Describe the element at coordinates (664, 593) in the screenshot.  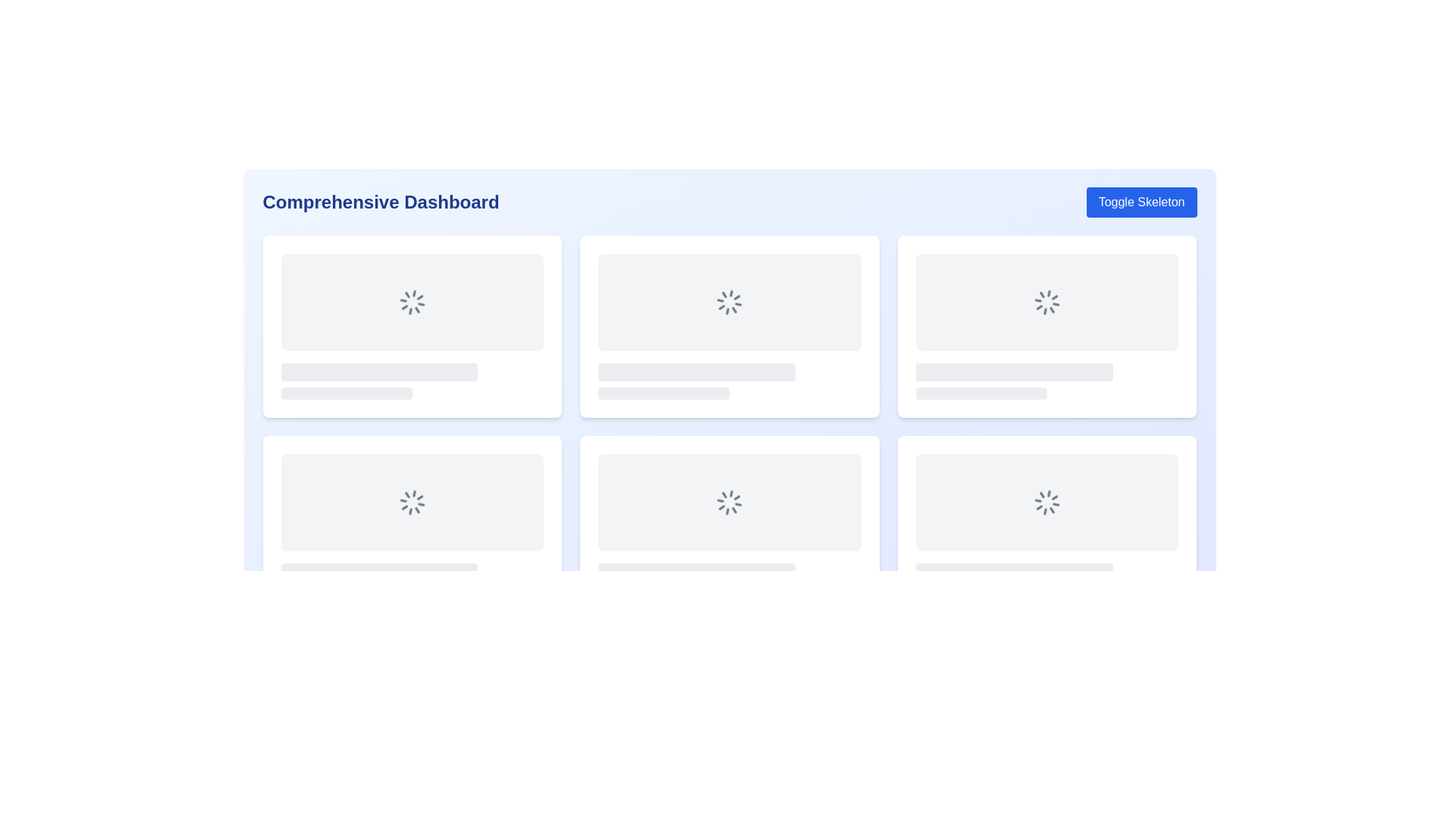
I see `the Loading Placeholder Bar, which is the second element in a vertical grouping of two placeholders located in the bottom-left card of the grid layout` at that location.